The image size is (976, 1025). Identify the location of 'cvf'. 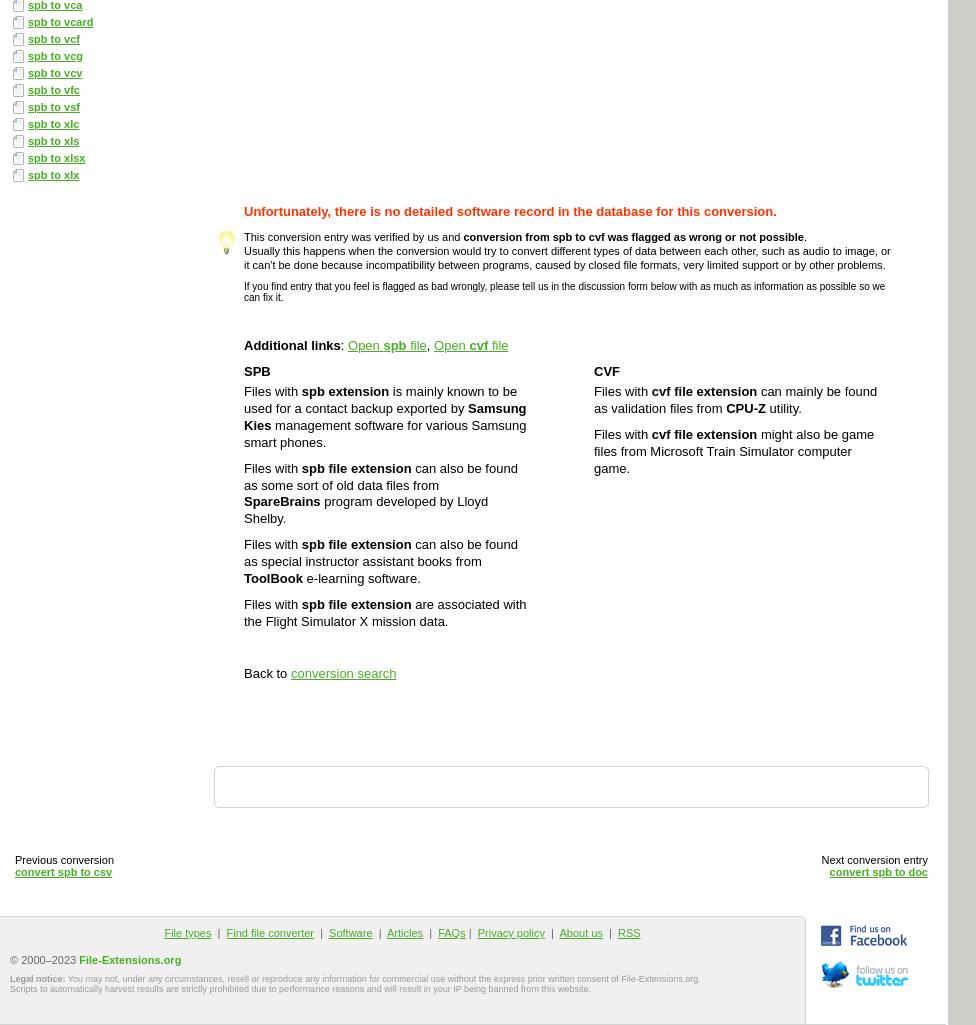
(477, 344).